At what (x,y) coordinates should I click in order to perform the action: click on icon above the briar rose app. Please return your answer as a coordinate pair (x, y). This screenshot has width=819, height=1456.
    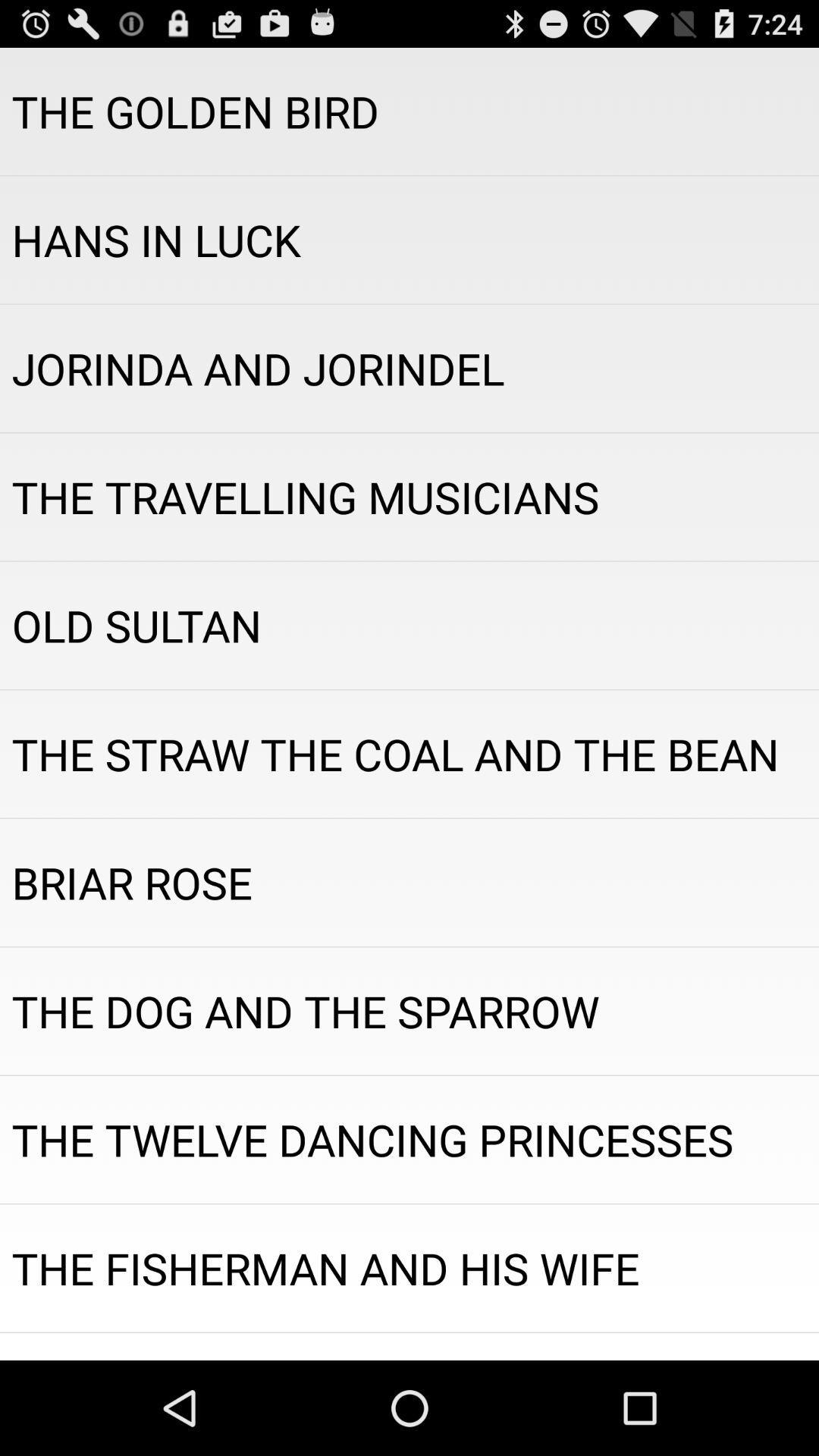
    Looking at the image, I should click on (409, 754).